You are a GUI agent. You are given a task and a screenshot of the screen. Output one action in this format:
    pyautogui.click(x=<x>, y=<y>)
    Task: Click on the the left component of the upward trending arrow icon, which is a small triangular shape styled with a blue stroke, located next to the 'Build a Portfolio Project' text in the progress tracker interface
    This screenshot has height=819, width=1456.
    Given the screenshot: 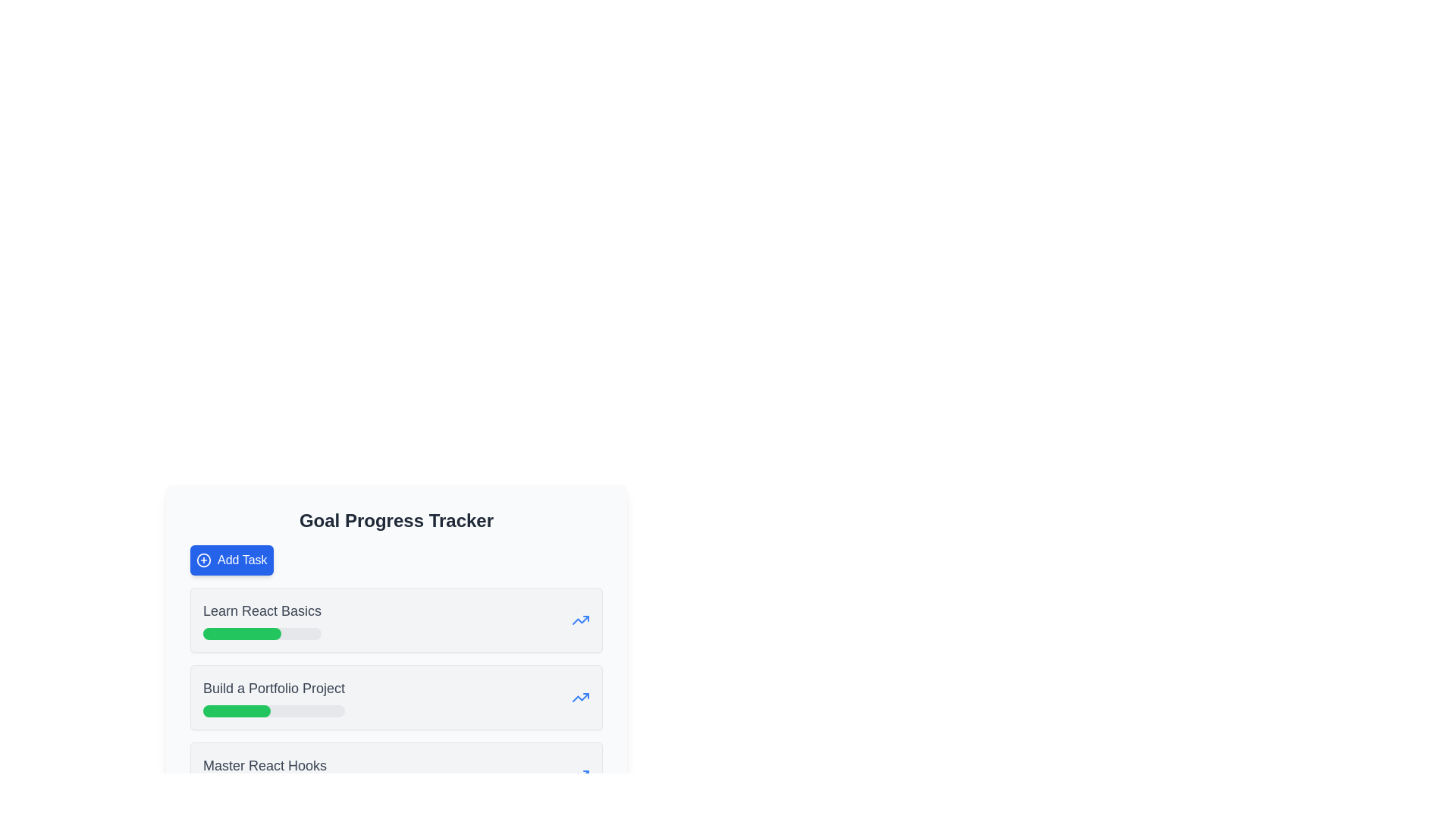 What is the action you would take?
    pyautogui.click(x=580, y=620)
    